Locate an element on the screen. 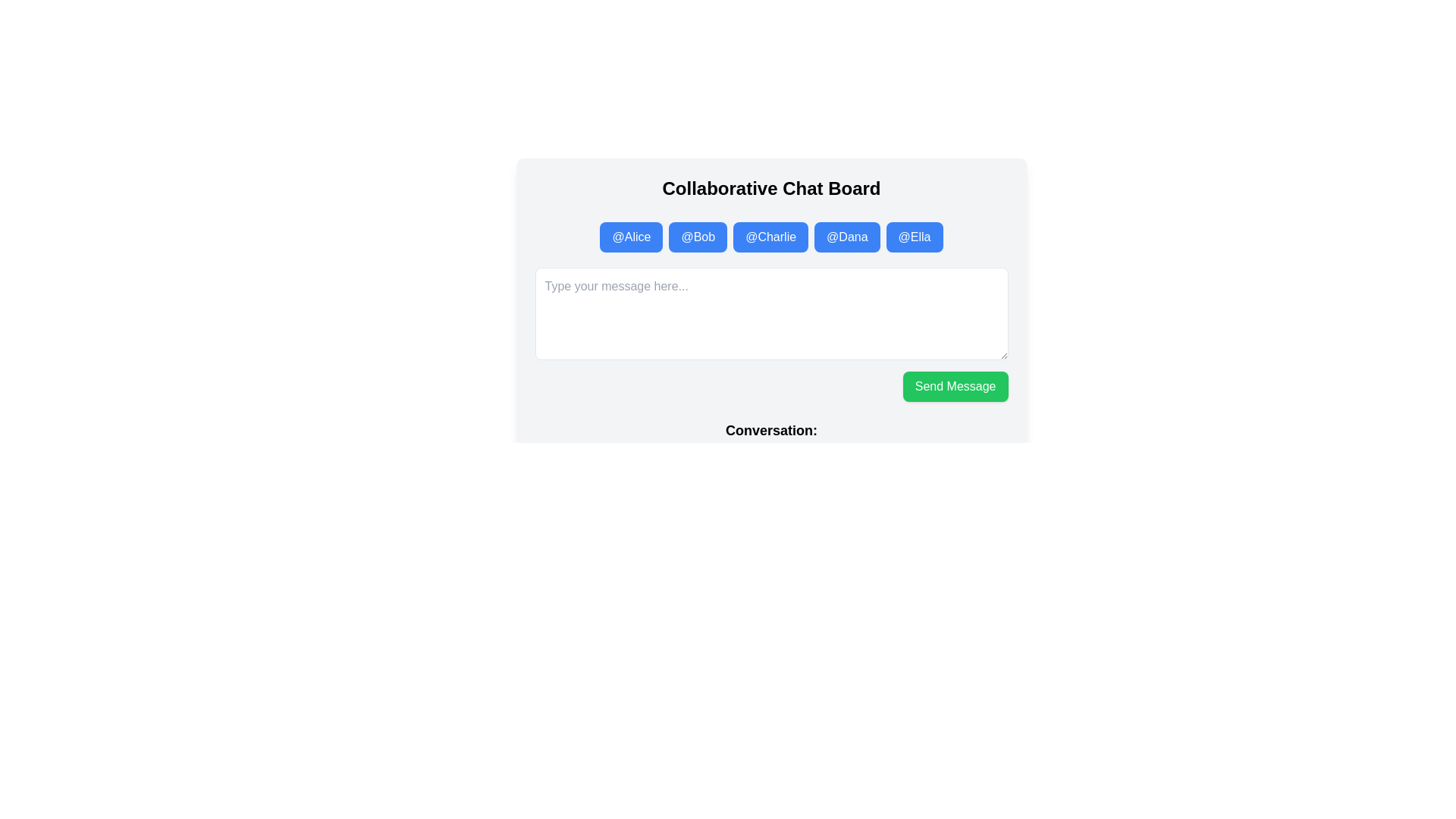 The height and width of the screenshot is (819, 1456). the blue button with rounded corners labeled '@Ella' is located at coordinates (914, 237).